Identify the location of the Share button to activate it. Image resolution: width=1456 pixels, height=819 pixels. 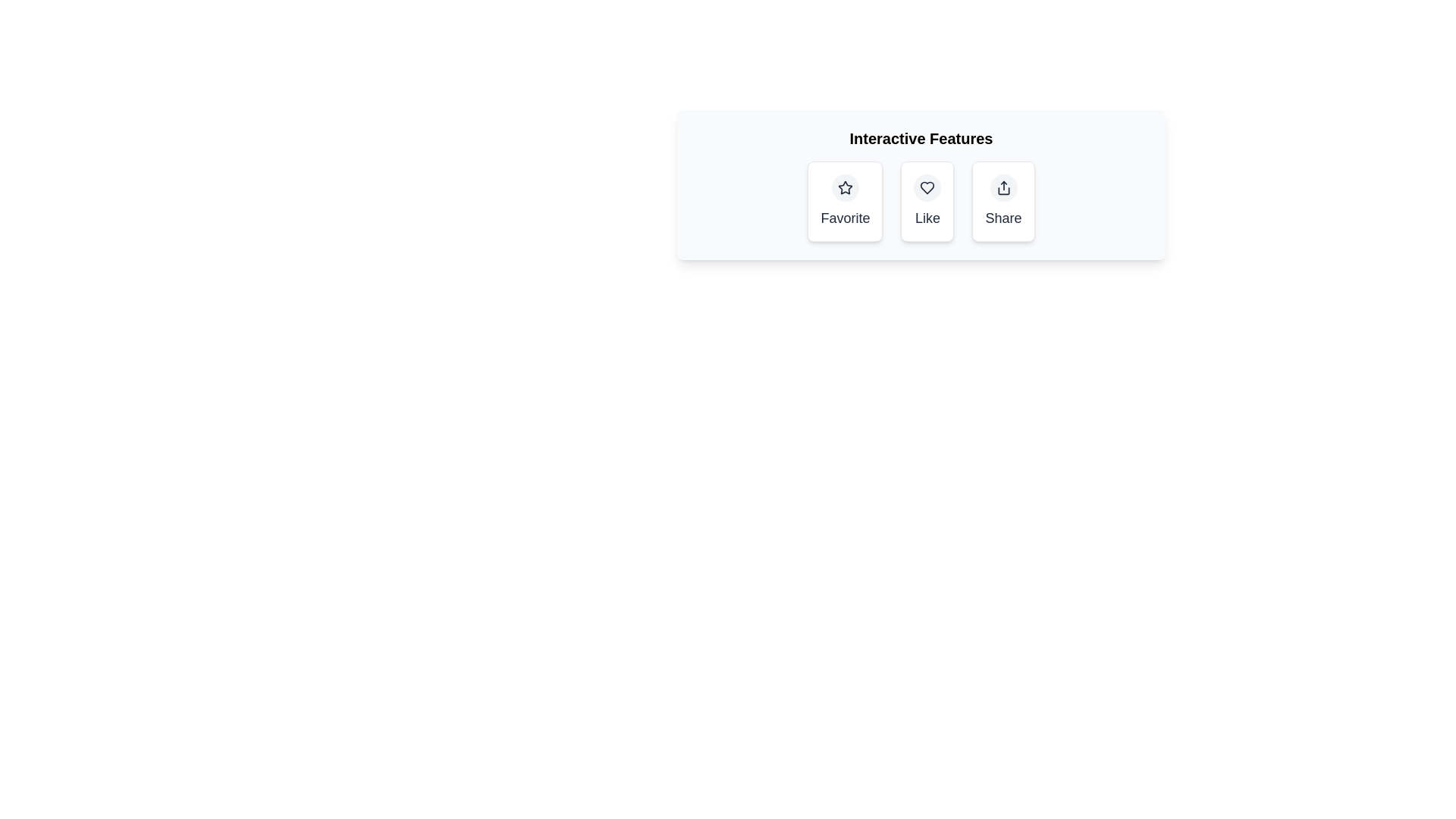
(1003, 201).